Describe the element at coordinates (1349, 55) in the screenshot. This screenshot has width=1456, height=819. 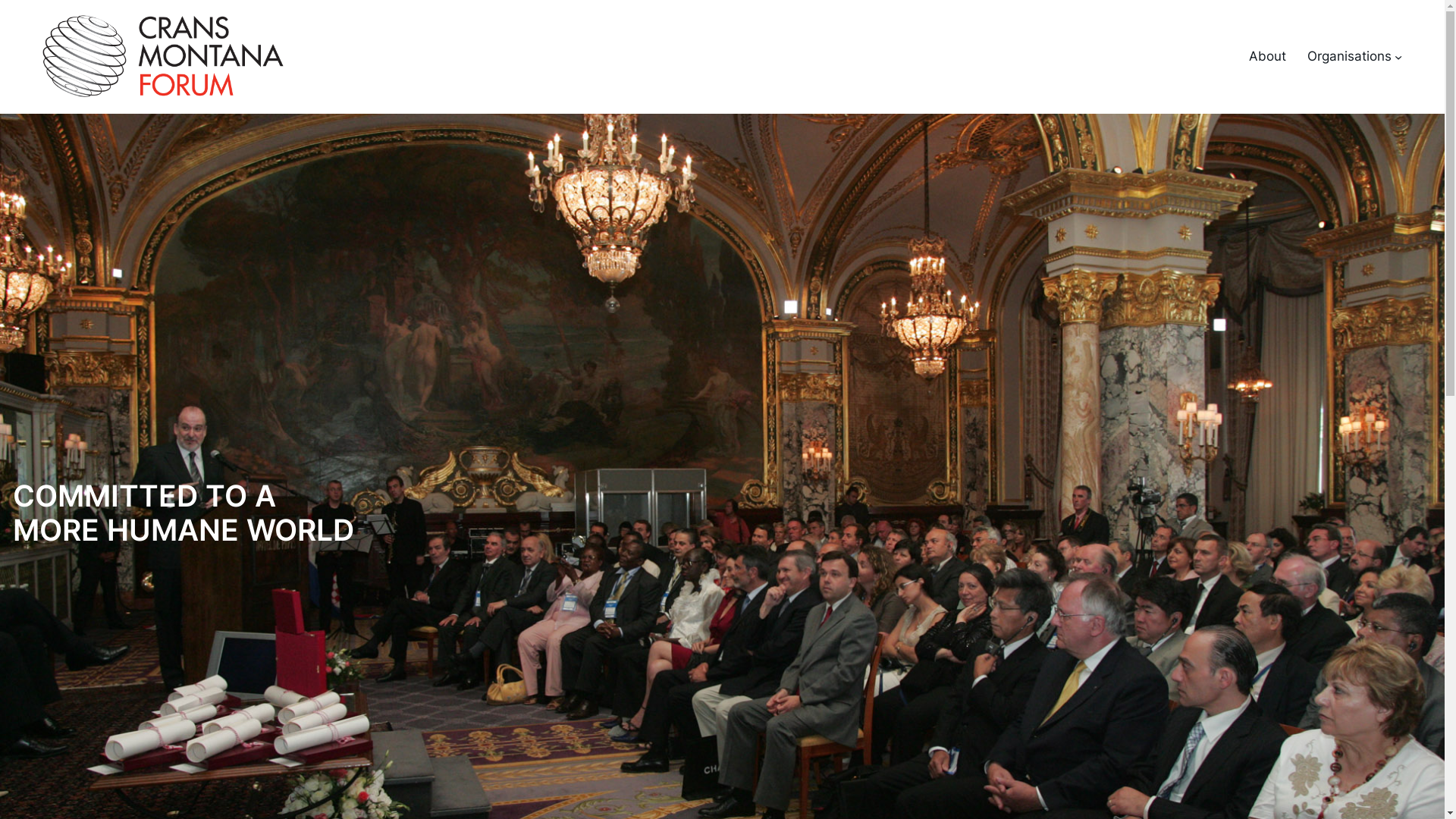
I see `'Organisations'` at that location.